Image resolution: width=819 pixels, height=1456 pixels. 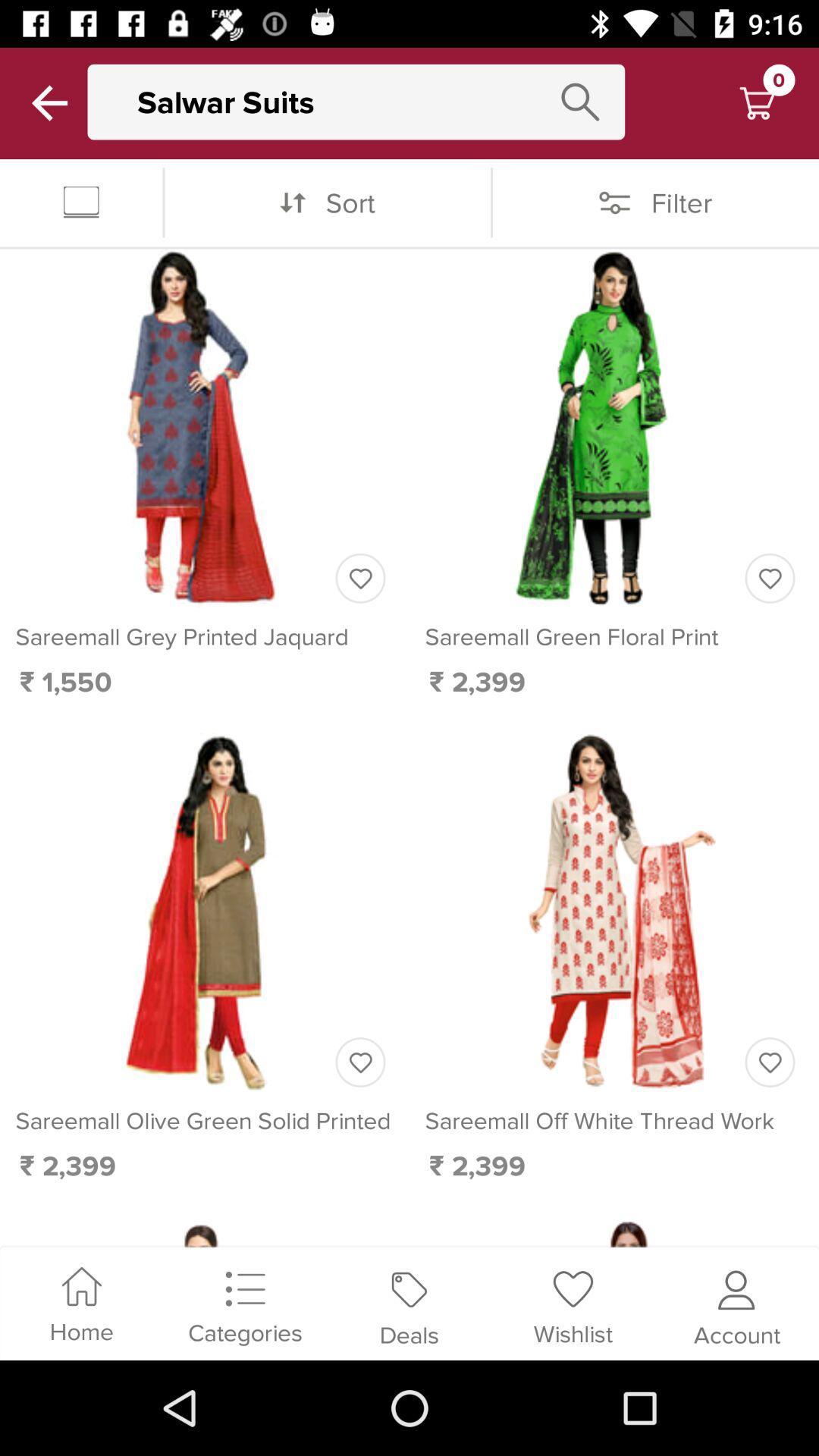 What do you see at coordinates (49, 102) in the screenshot?
I see `go back` at bounding box center [49, 102].